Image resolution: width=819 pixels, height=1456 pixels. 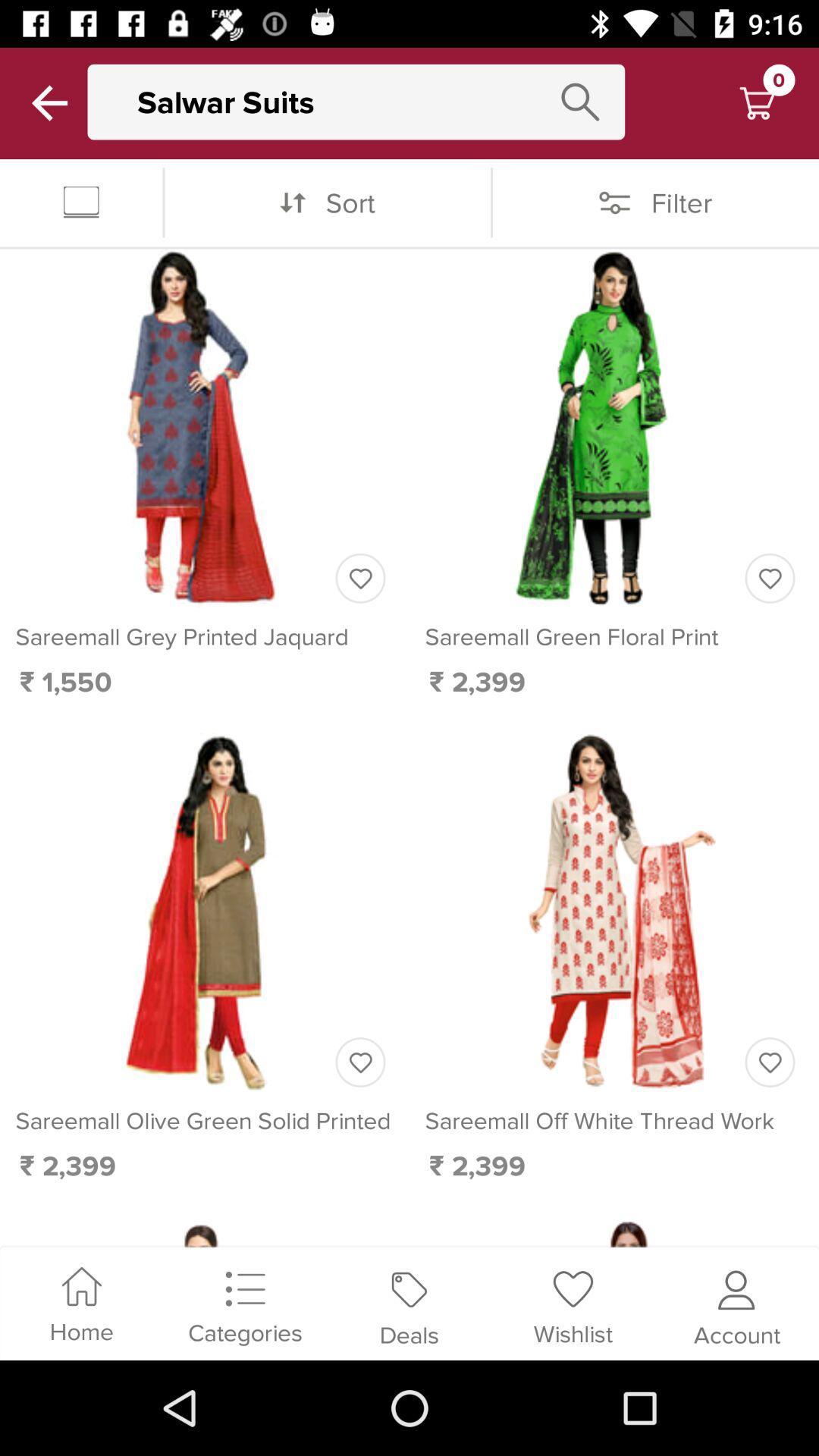 What do you see at coordinates (49, 102) in the screenshot?
I see `go back` at bounding box center [49, 102].